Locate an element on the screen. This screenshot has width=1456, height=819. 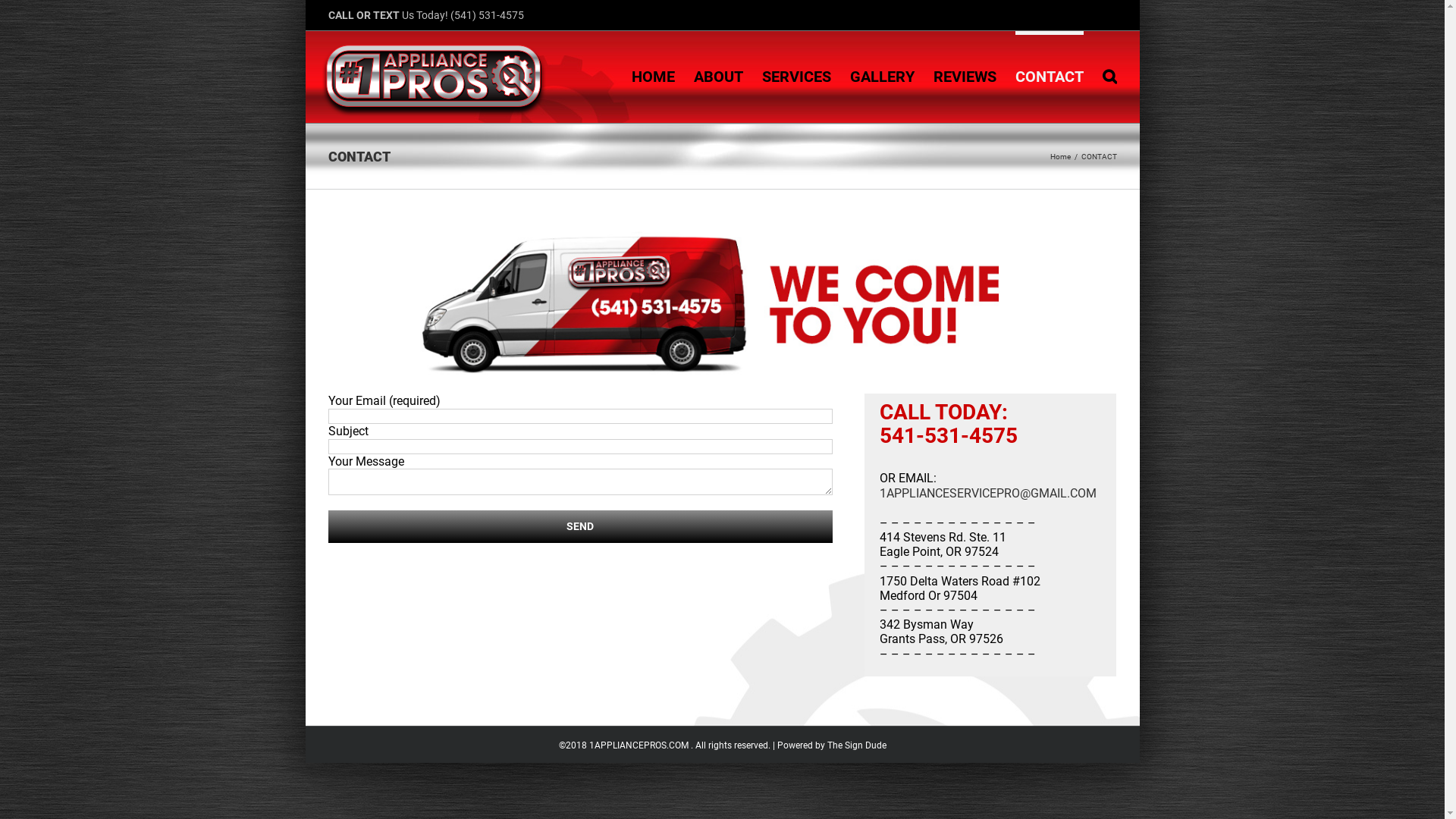
'The Sign Dude' is located at coordinates (855, 745).